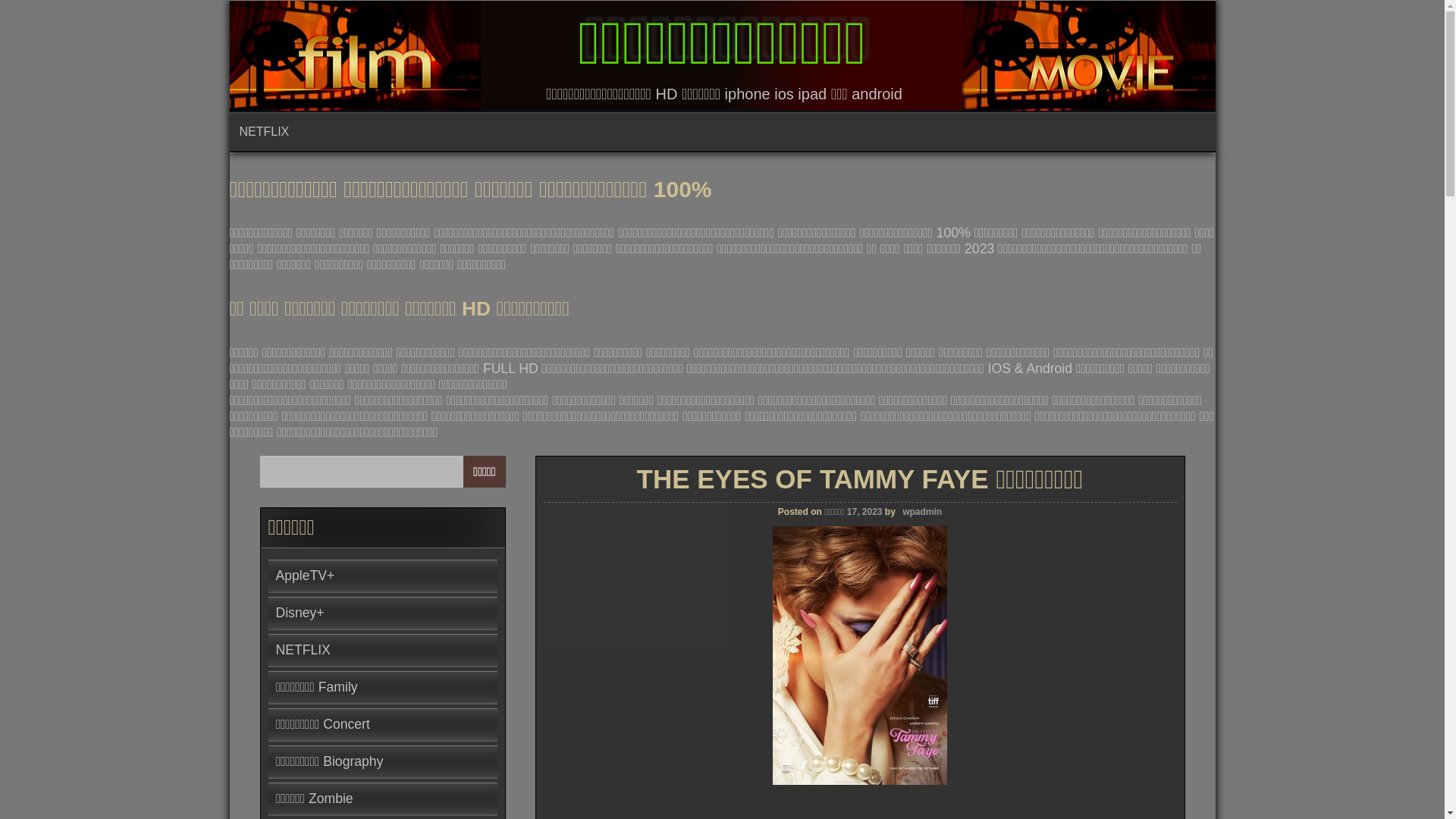 Image resolution: width=1456 pixels, height=819 pixels. What do you see at coordinates (921, 512) in the screenshot?
I see `'wpadmin'` at bounding box center [921, 512].